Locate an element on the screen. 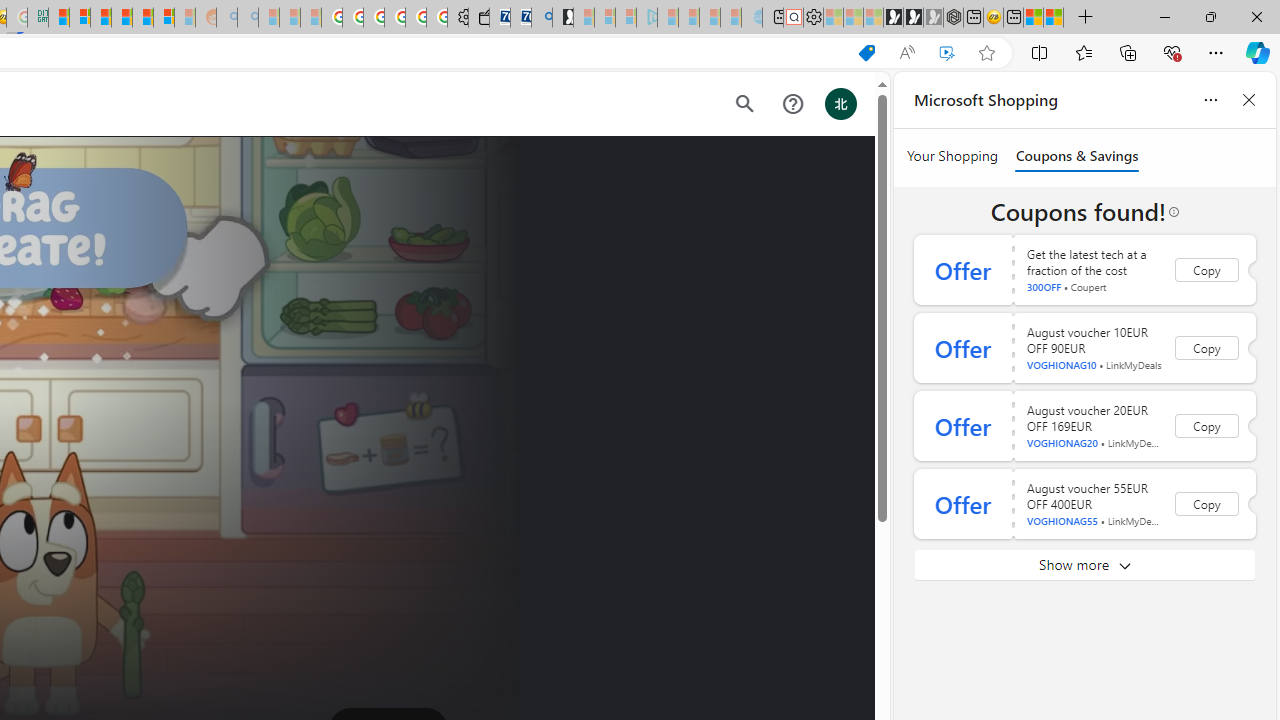 The height and width of the screenshot is (720, 1280). 'Enhance video' is located at coordinates (945, 52).